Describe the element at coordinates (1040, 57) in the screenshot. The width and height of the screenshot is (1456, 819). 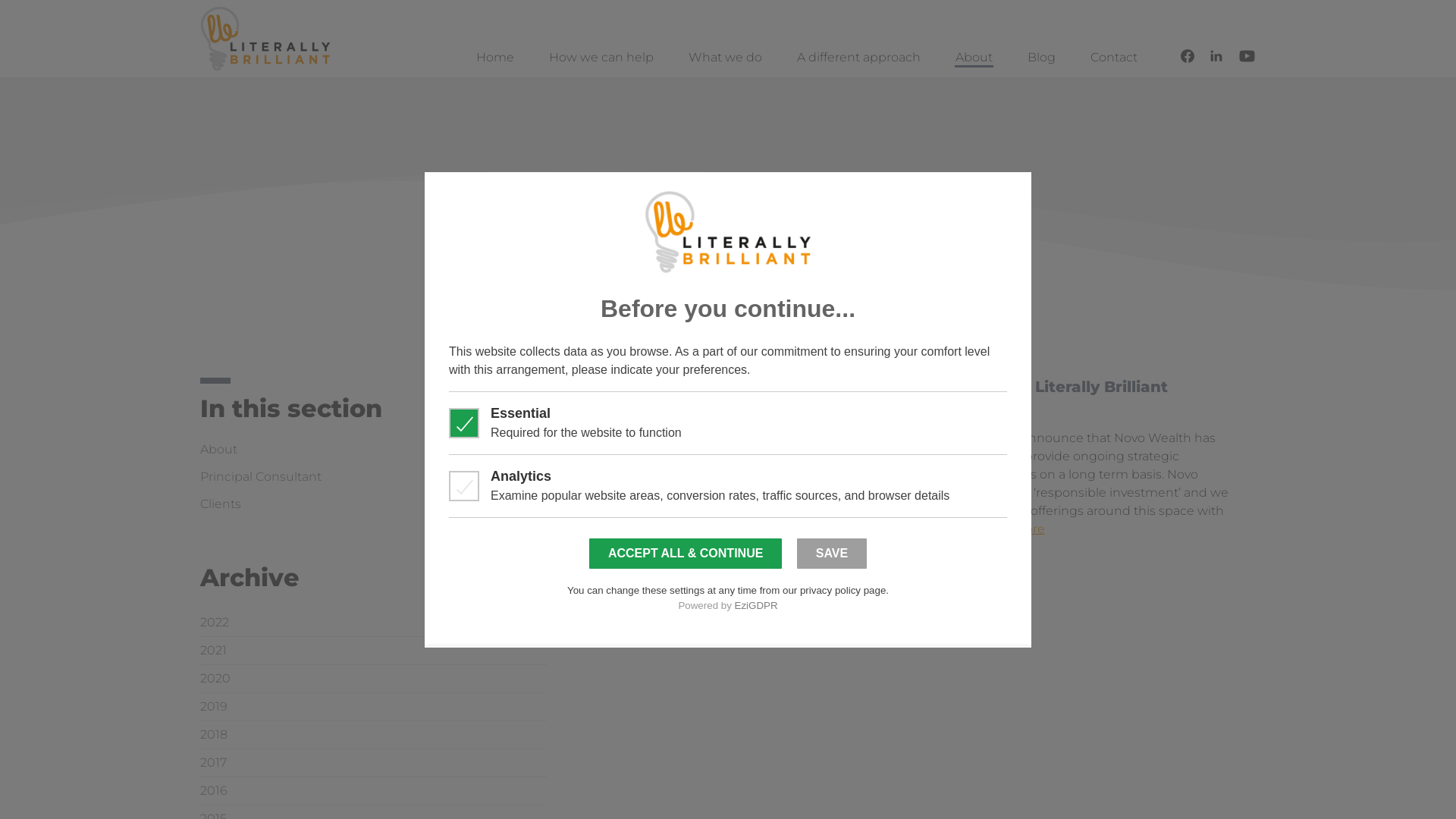
I see `'Blog'` at that location.